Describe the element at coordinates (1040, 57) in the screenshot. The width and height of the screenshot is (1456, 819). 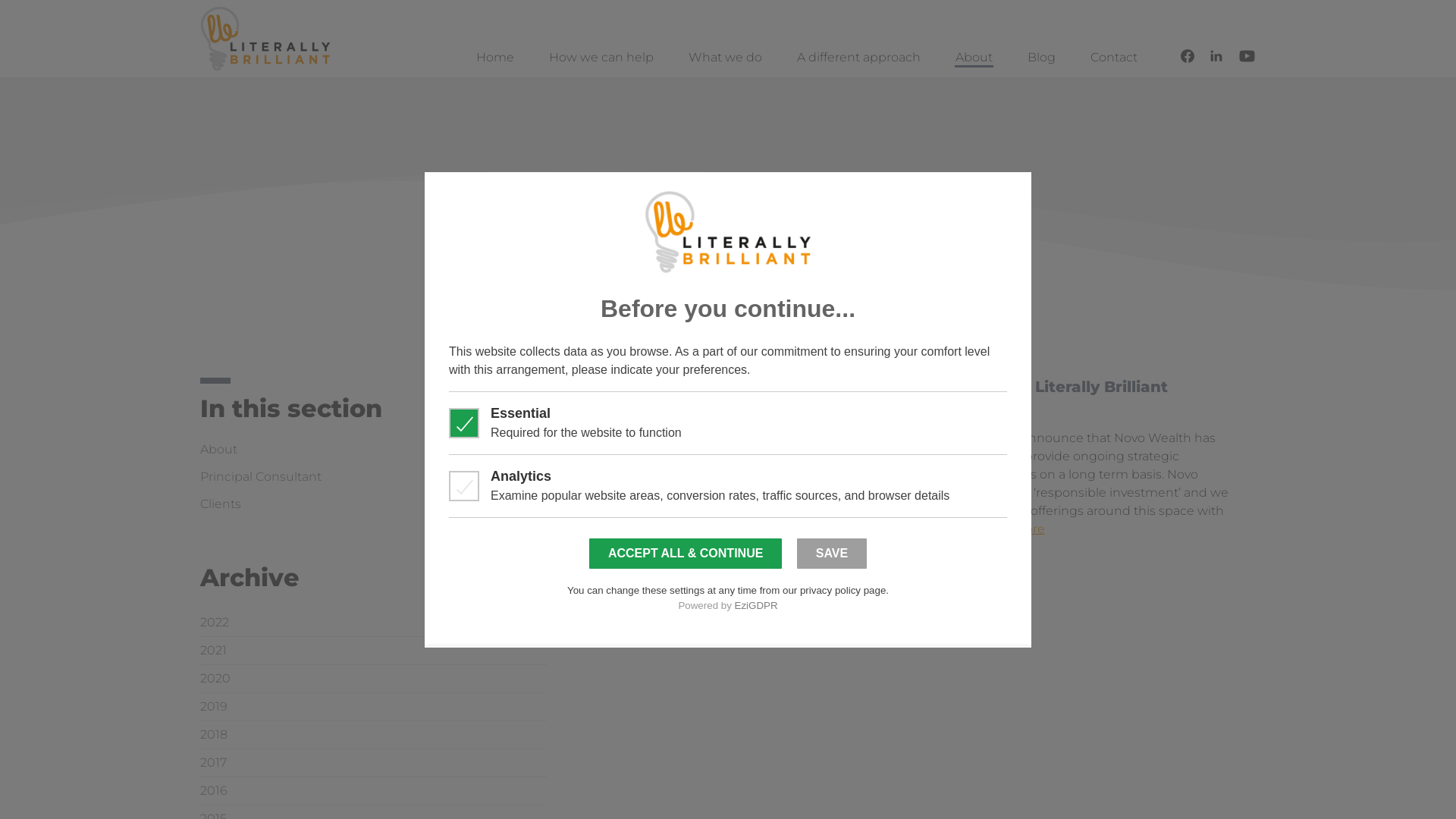
I see `'Blog'` at that location.